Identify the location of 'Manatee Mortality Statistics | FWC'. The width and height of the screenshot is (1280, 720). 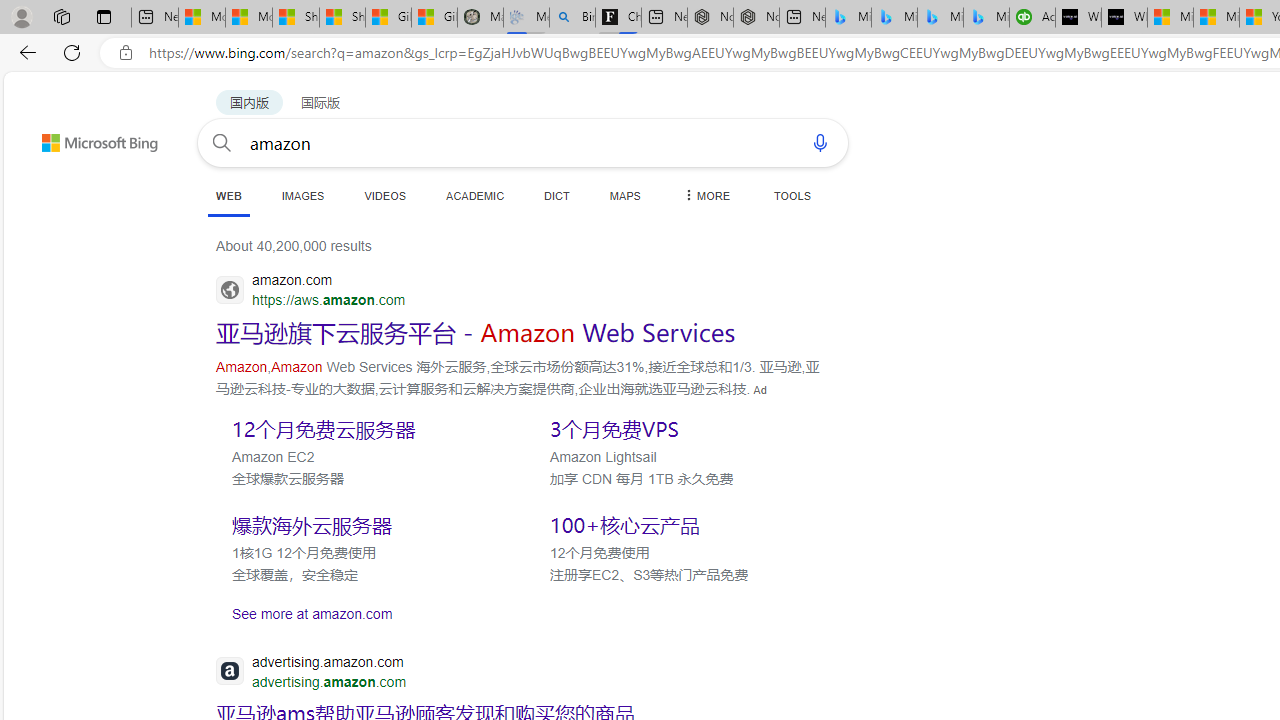
(480, 17).